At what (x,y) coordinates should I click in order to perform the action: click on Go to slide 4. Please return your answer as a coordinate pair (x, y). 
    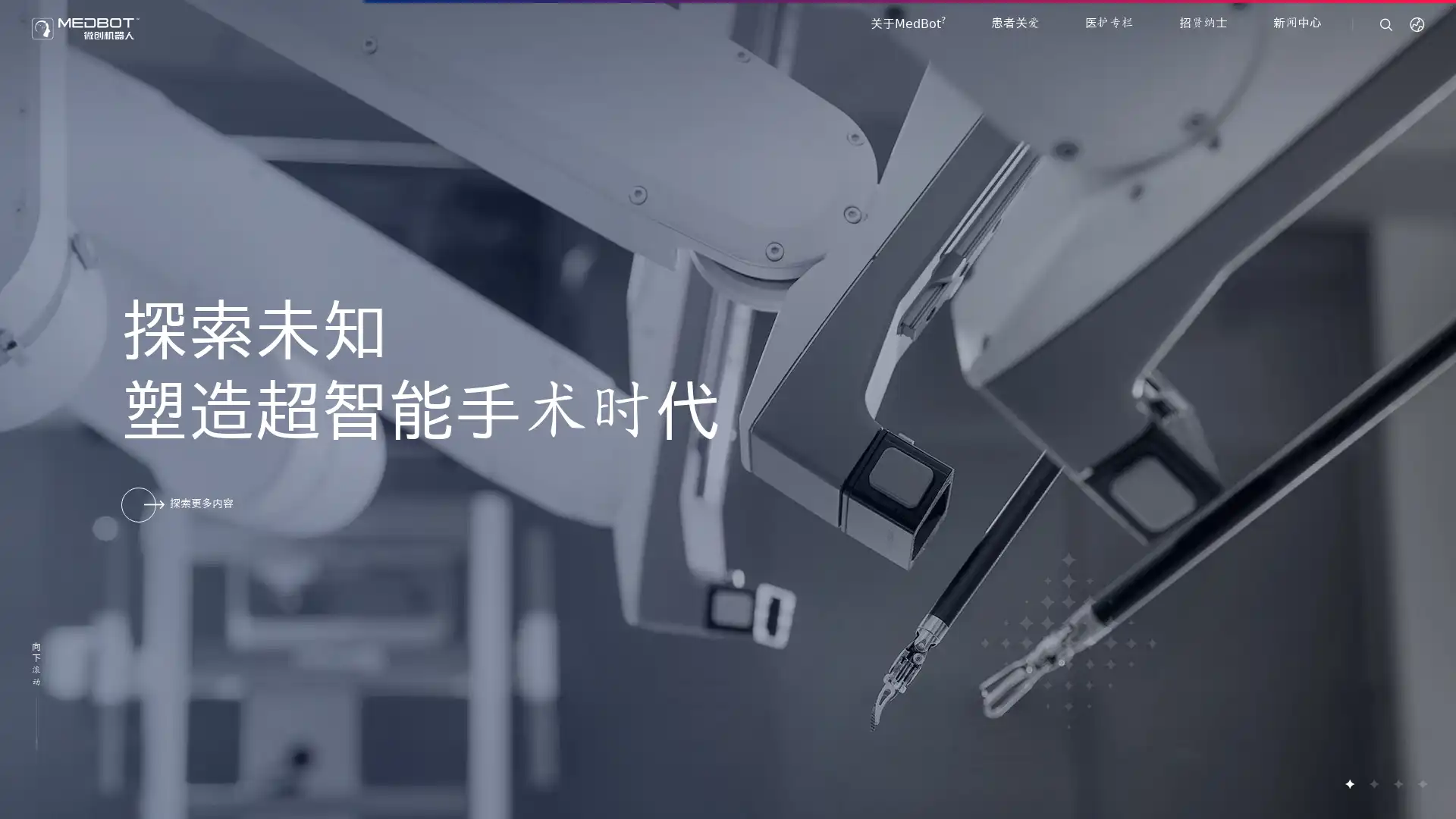
    Looking at the image, I should click on (1421, 783).